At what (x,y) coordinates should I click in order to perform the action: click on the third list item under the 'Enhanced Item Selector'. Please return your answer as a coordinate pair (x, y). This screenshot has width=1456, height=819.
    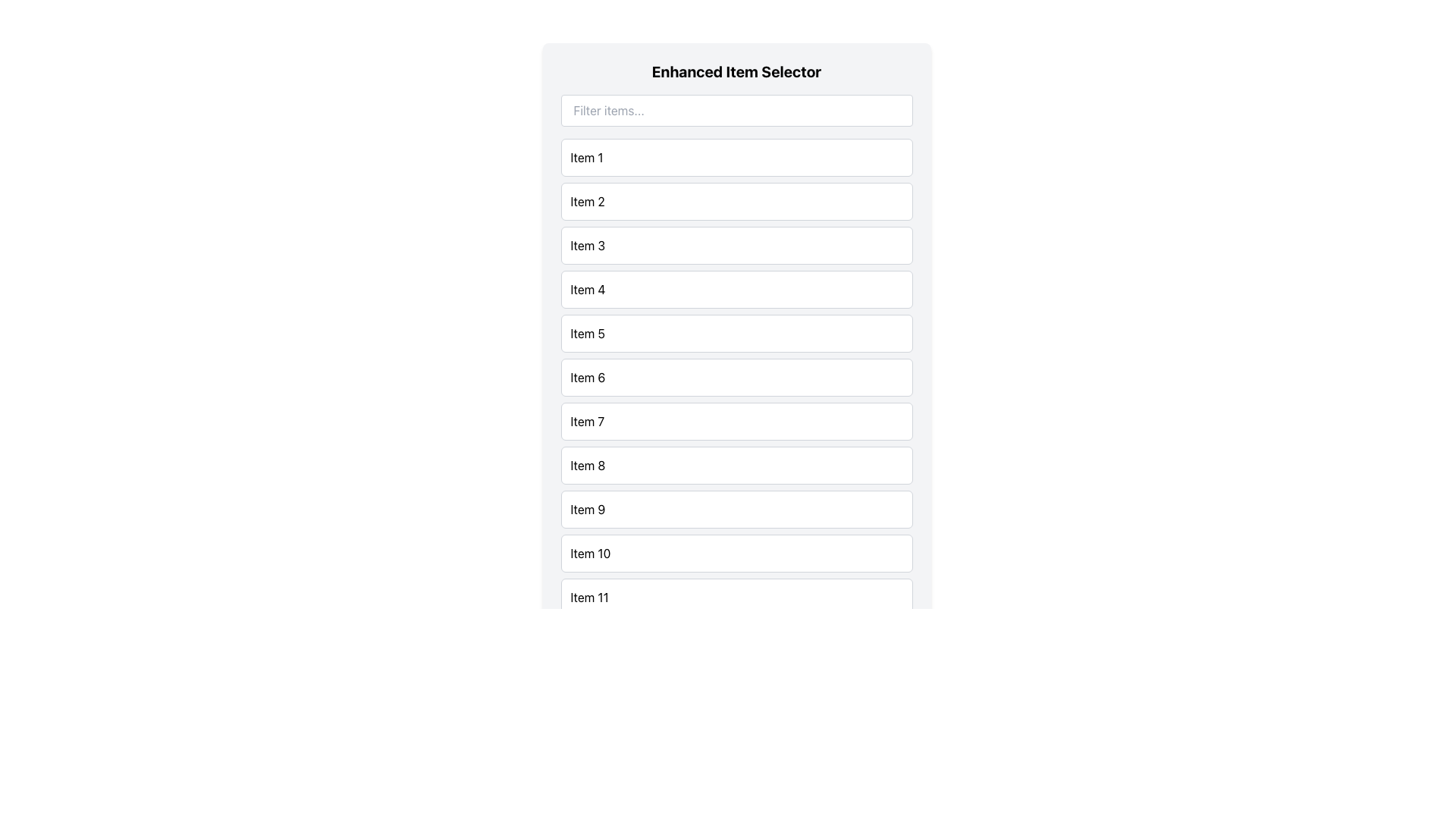
    Looking at the image, I should click on (736, 245).